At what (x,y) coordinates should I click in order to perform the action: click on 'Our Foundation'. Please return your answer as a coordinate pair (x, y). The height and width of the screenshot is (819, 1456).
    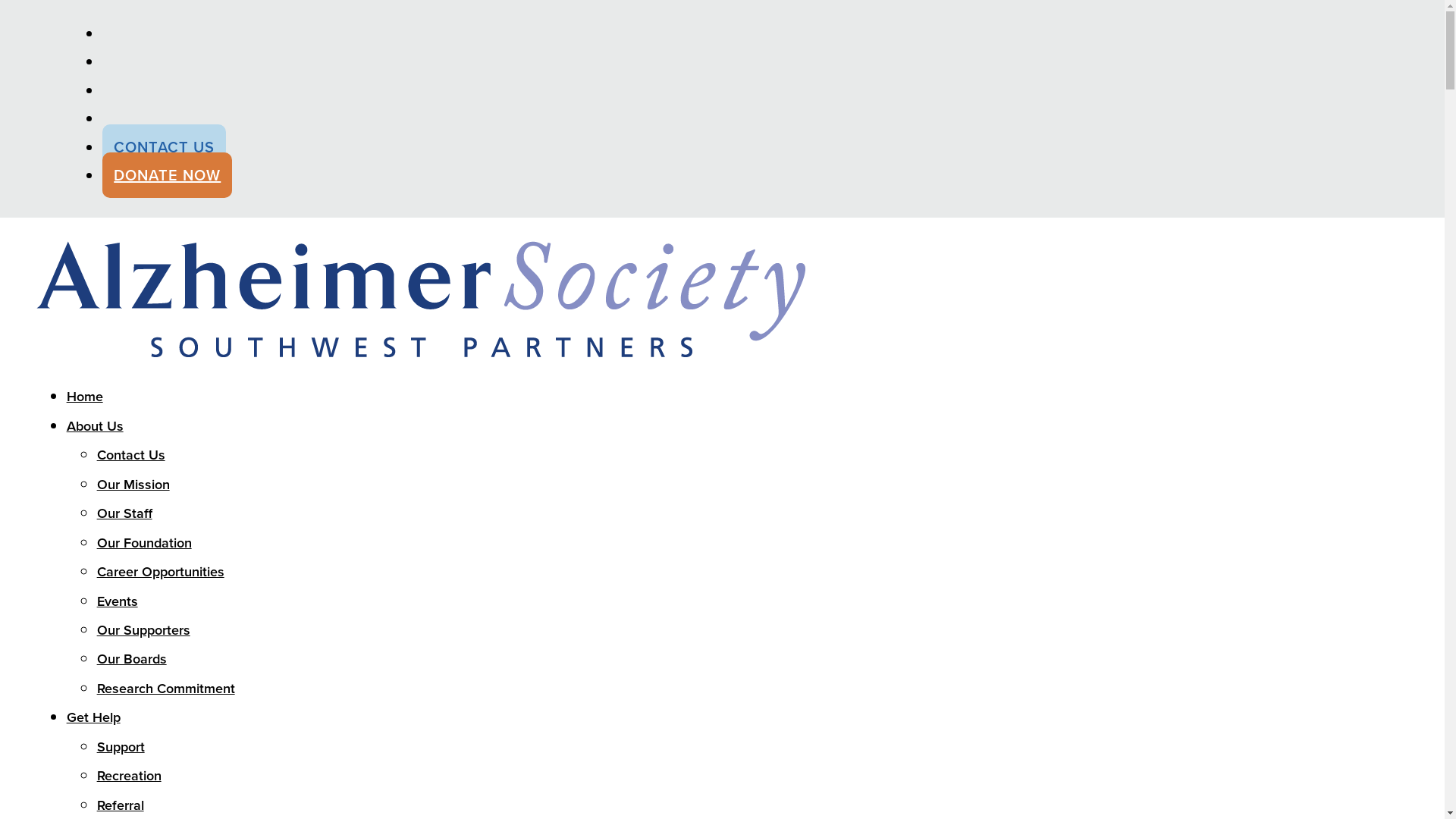
    Looking at the image, I should click on (144, 542).